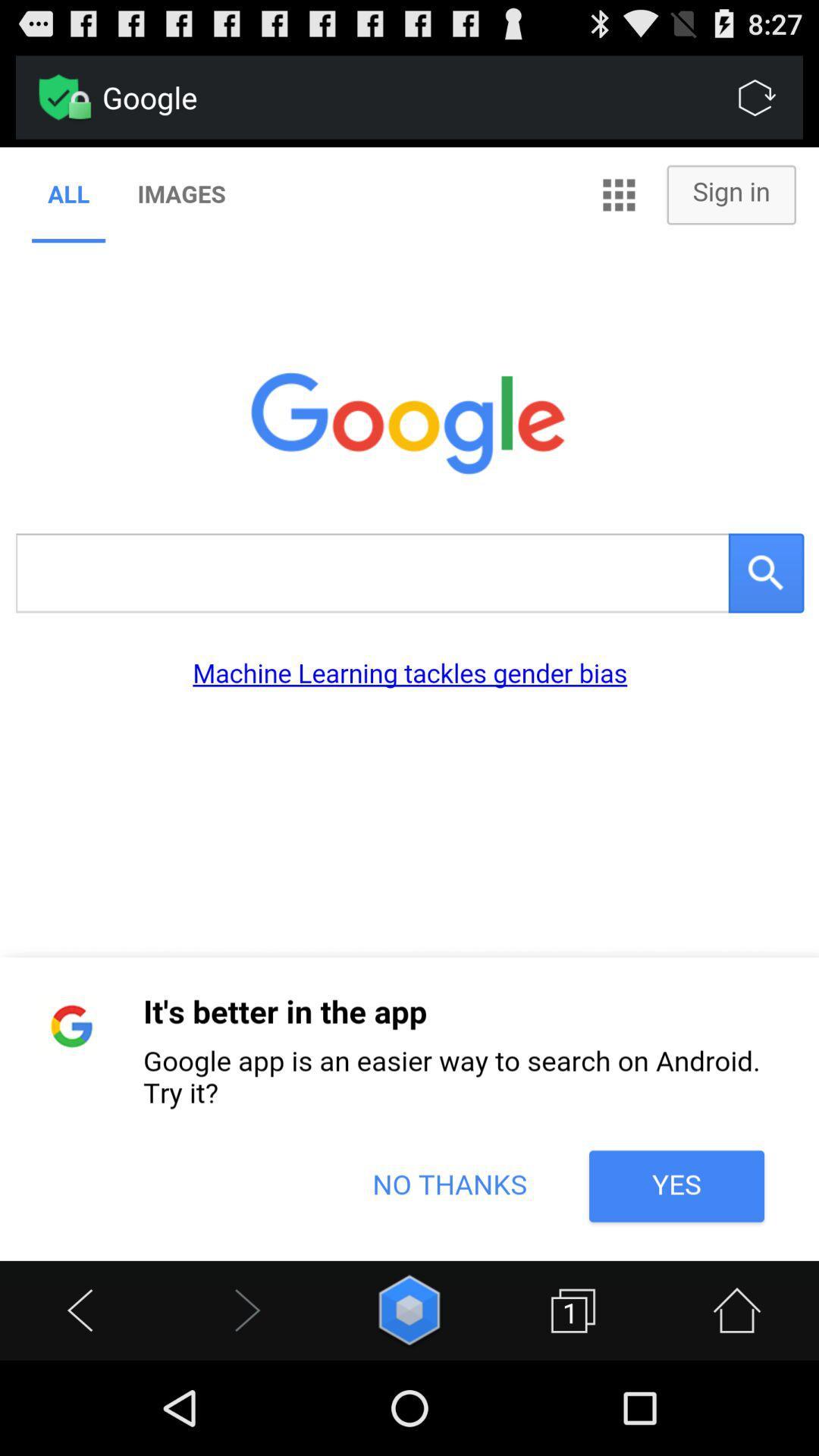 Image resolution: width=819 pixels, height=1456 pixels. What do you see at coordinates (409, 703) in the screenshot?
I see `color print` at bounding box center [409, 703].